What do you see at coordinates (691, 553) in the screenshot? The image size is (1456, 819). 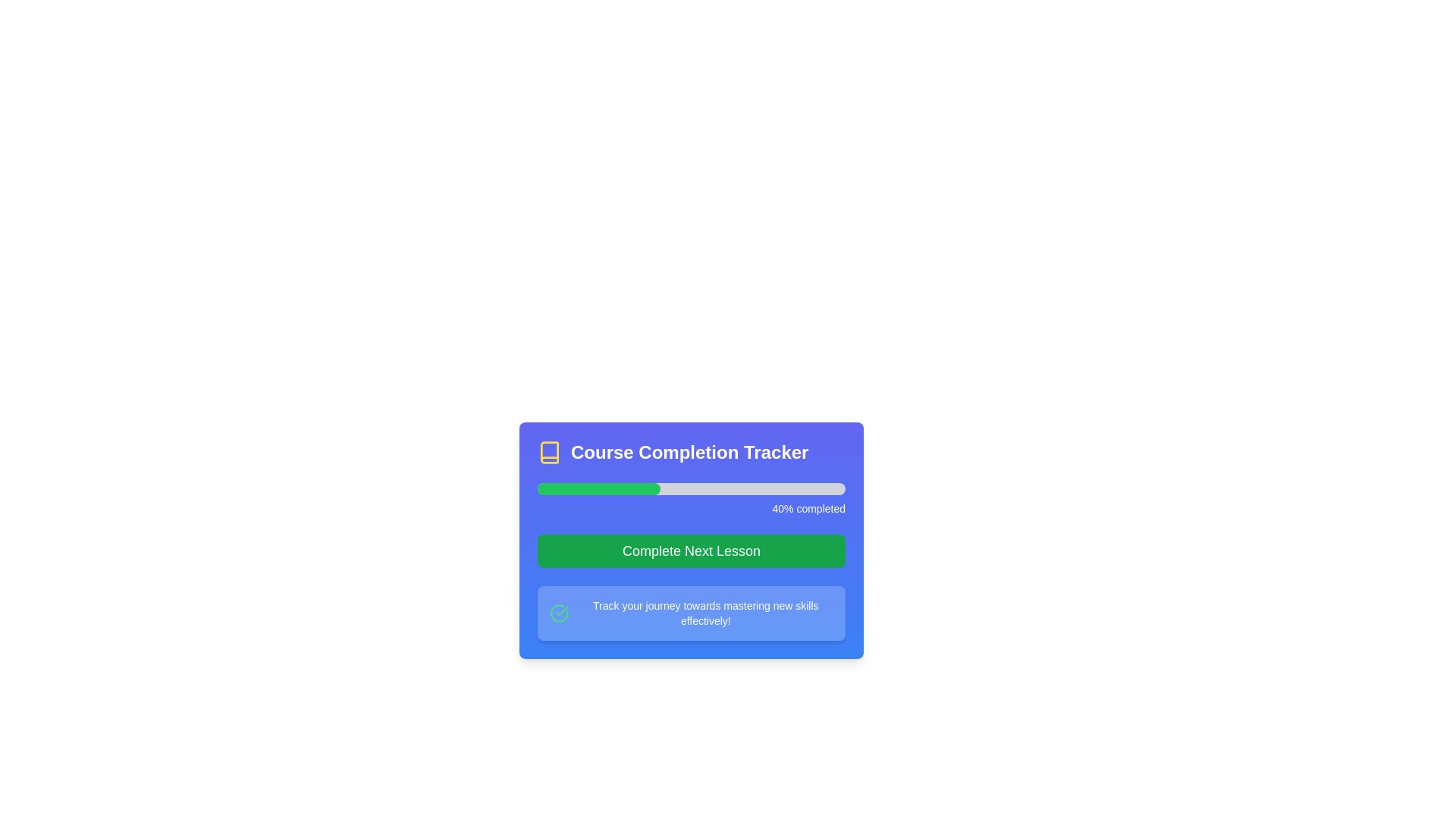 I see `course progress from the 'Course Completion Tracker' module, which features a gradient blue background and a progress bar indicating 40% completion` at bounding box center [691, 553].